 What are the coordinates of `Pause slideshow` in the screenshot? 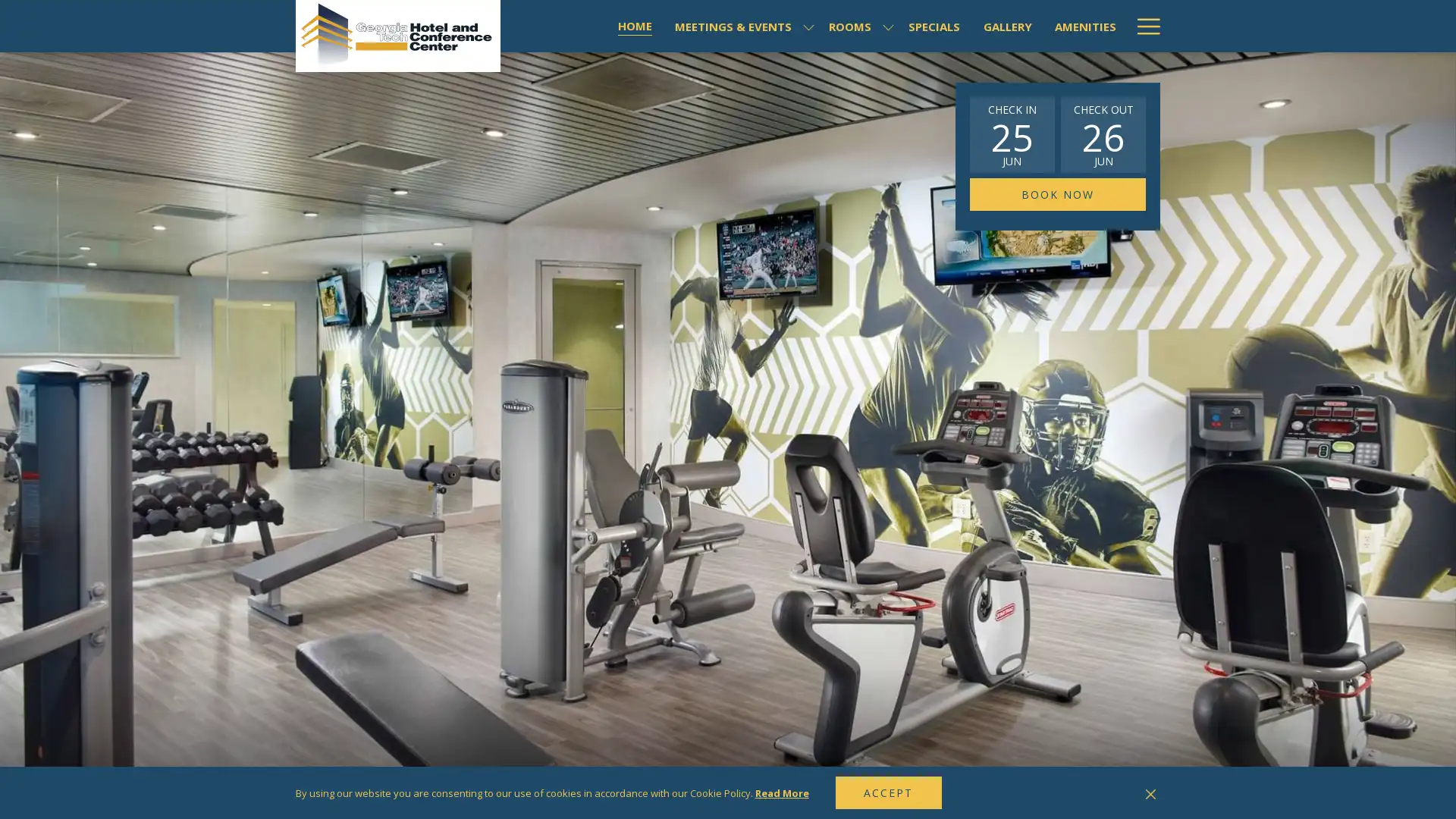 It's located at (1133, 793).